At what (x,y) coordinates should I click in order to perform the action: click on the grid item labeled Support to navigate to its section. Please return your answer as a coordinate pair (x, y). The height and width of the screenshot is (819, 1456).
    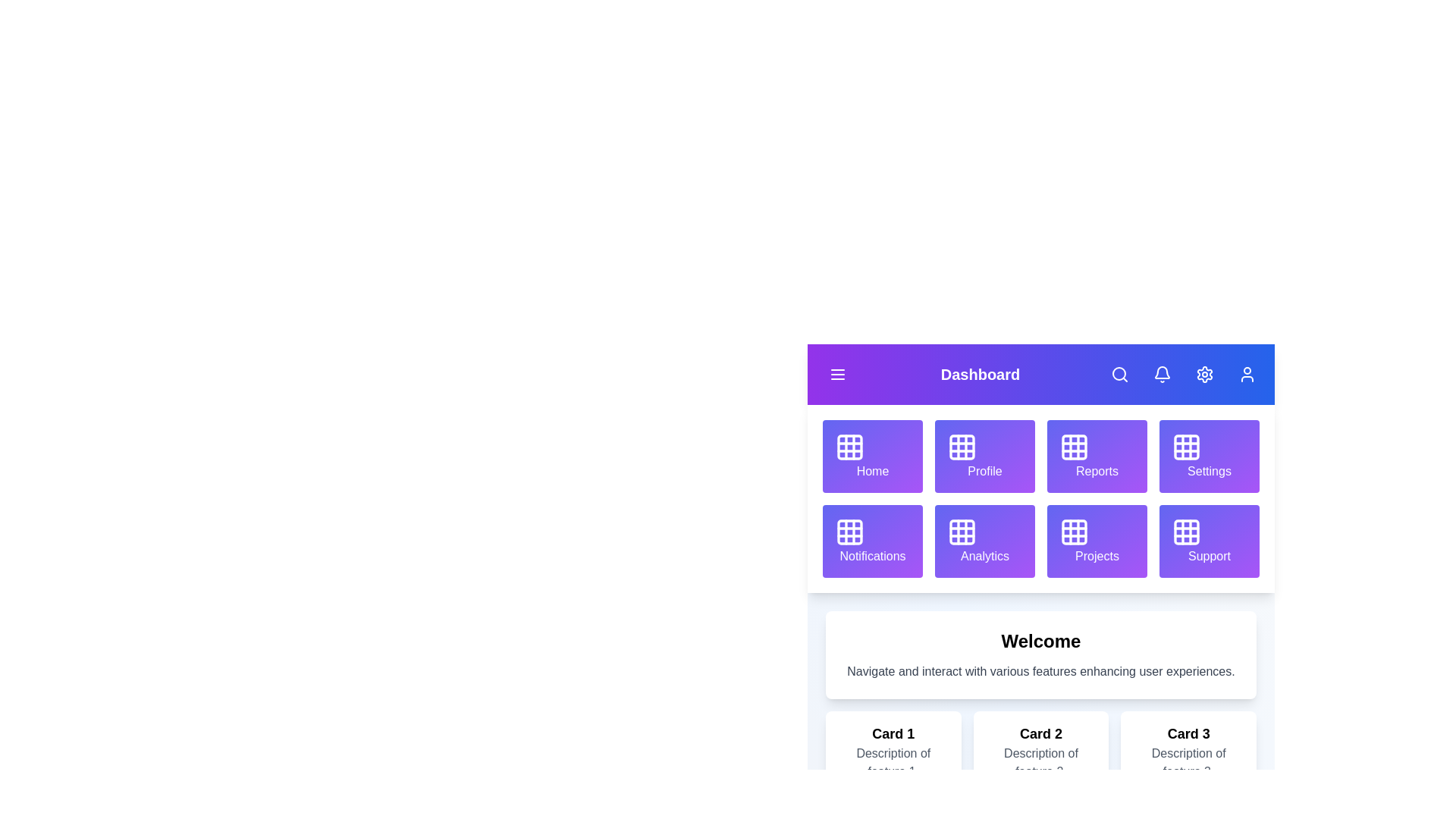
    Looking at the image, I should click on (1208, 540).